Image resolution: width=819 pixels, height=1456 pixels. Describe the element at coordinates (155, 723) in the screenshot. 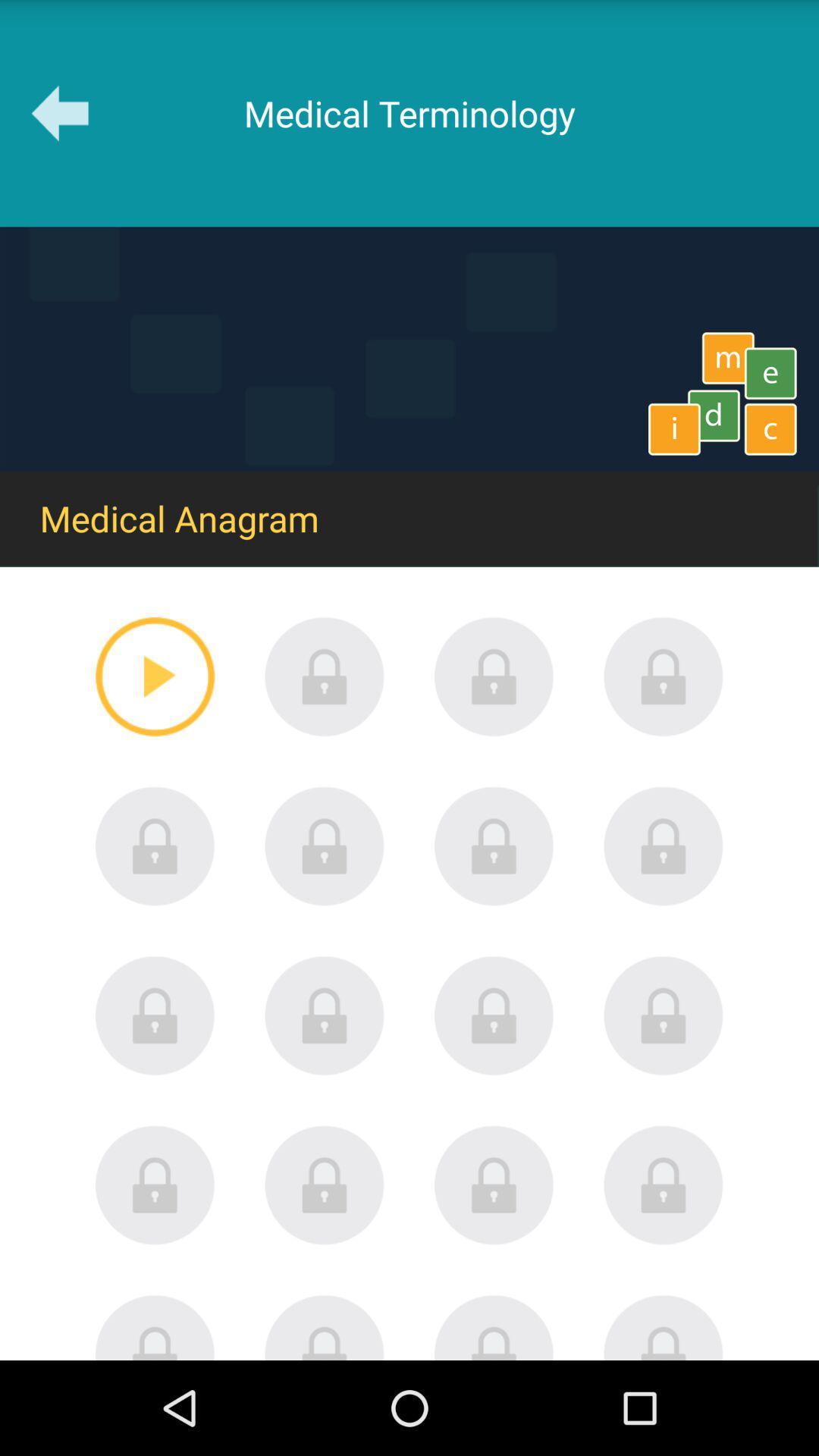

I see `the play icon` at that location.